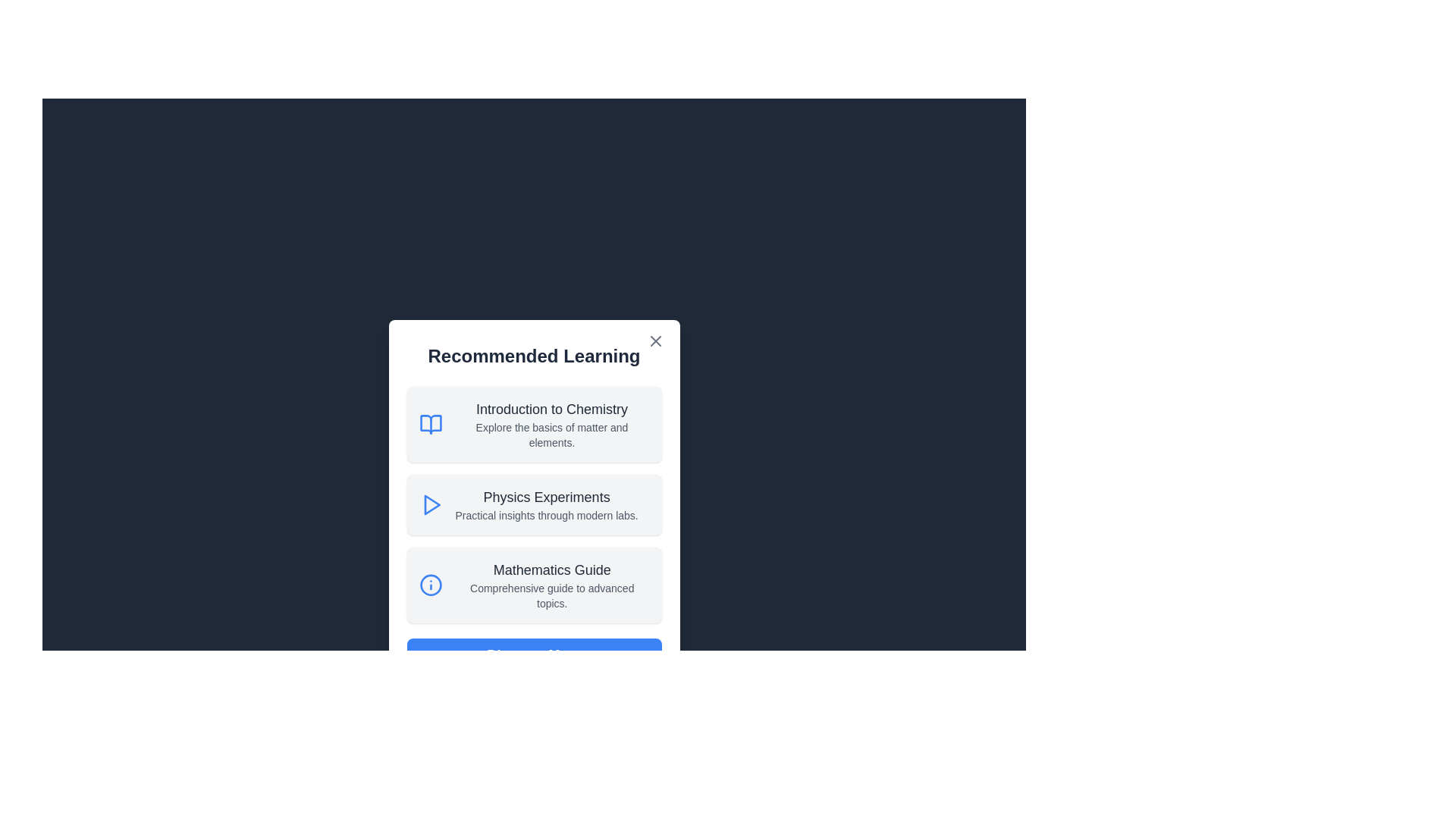 This screenshot has width=1456, height=819. I want to click on the icon representing the 'Introduction to Chemistry' card located in the 'Recommended Learning' section, so click(429, 424).